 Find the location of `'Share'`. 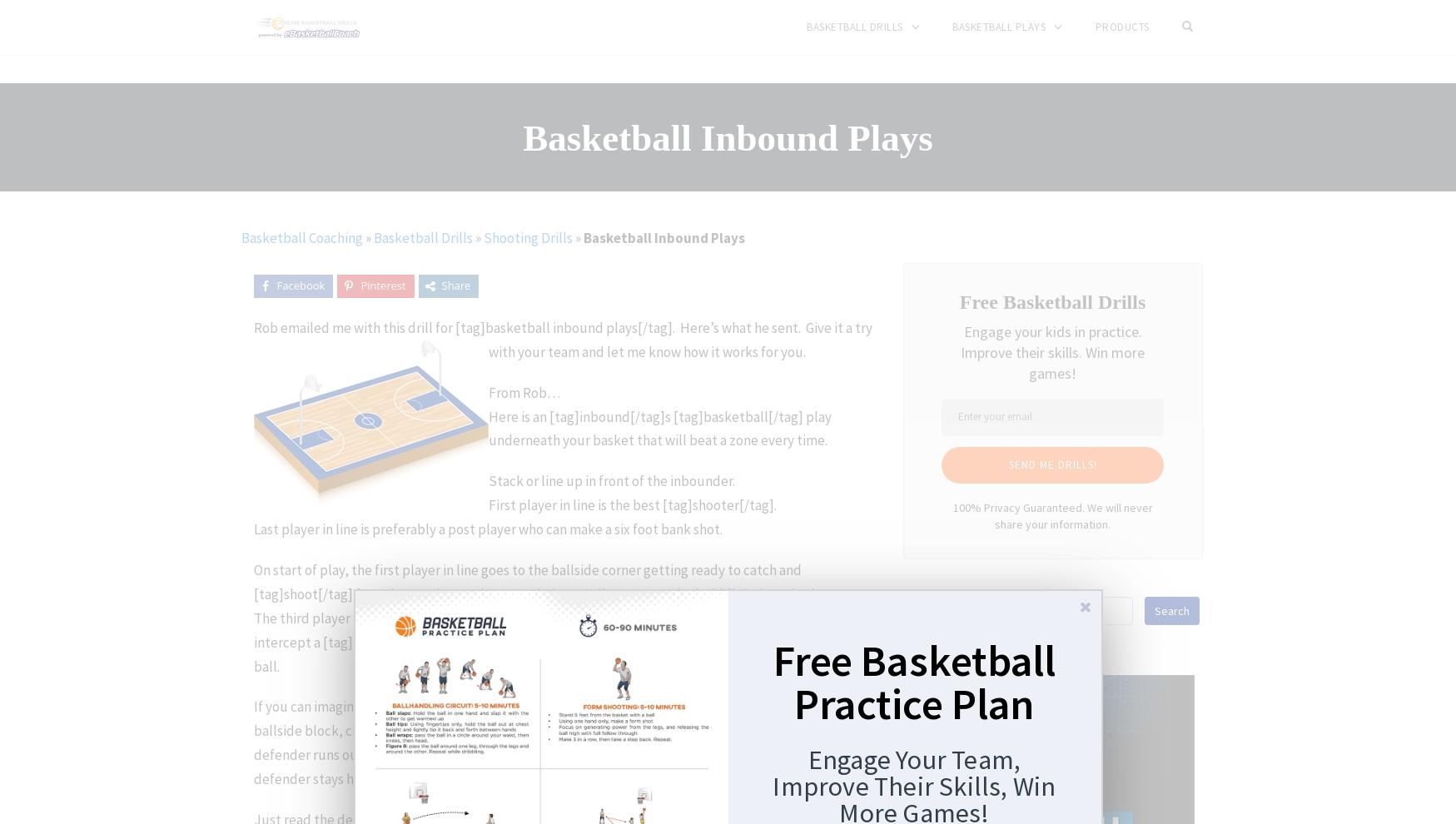

'Share' is located at coordinates (455, 285).